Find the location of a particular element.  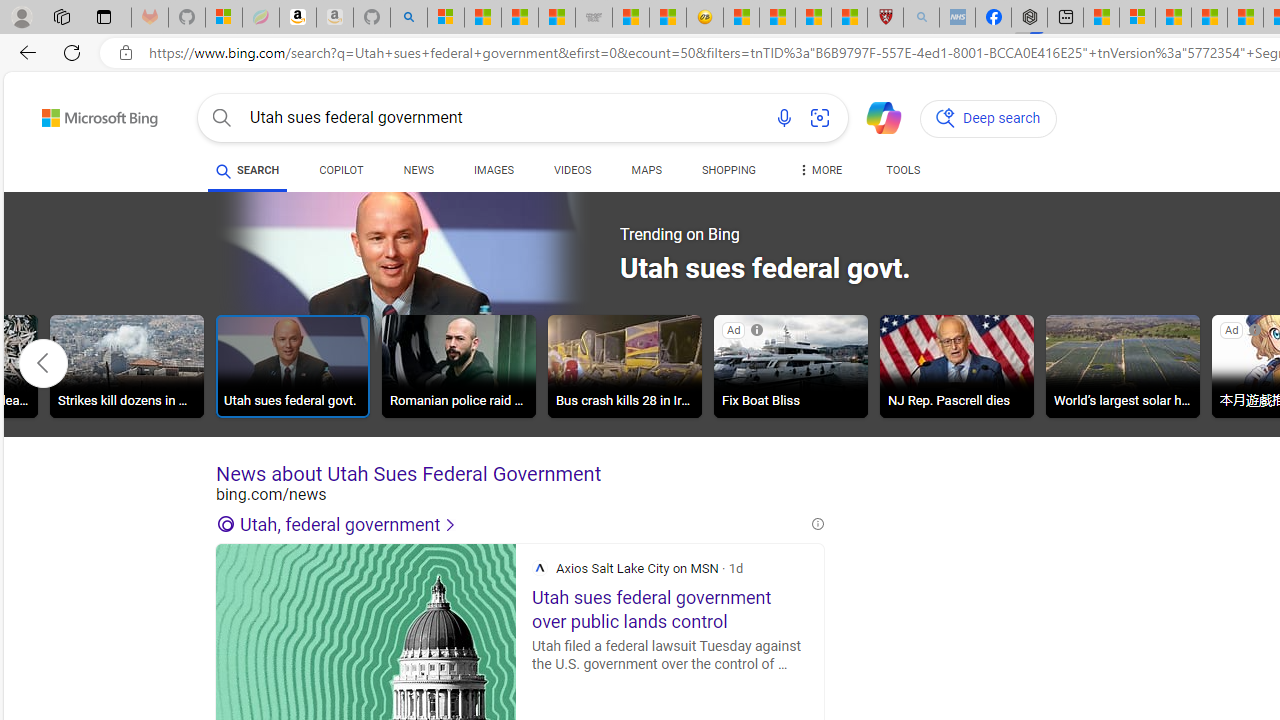

'MAPS' is located at coordinates (646, 170).